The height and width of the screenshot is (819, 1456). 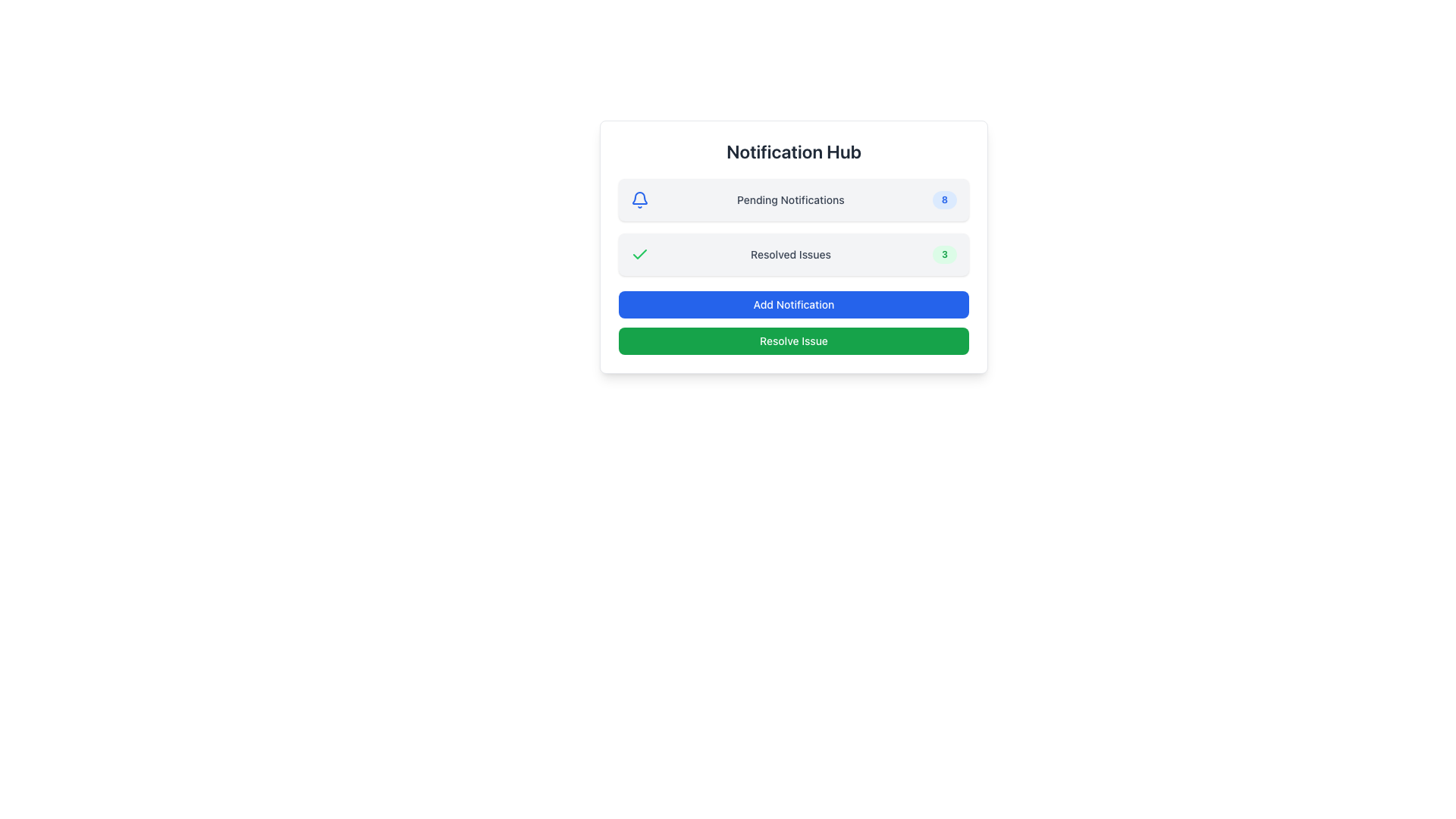 What do you see at coordinates (943, 199) in the screenshot?
I see `the Number Badge, which is a small, rounded badge with a light blue background displaying the number '8', located in the top-right section of the Notification Hub card` at bounding box center [943, 199].